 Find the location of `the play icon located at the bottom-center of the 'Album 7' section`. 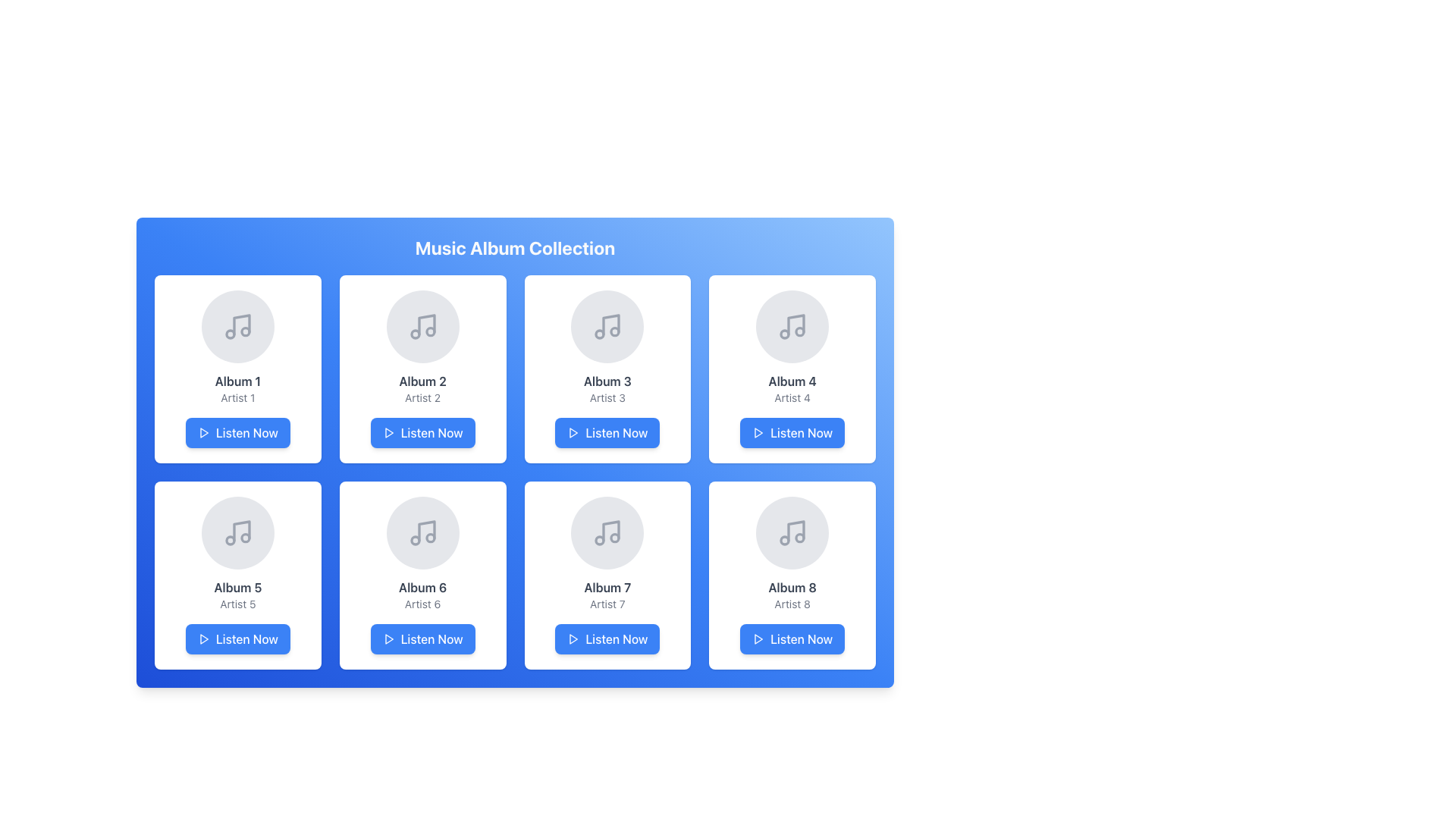

the play icon located at the bottom-center of the 'Album 7' section is located at coordinates (573, 639).